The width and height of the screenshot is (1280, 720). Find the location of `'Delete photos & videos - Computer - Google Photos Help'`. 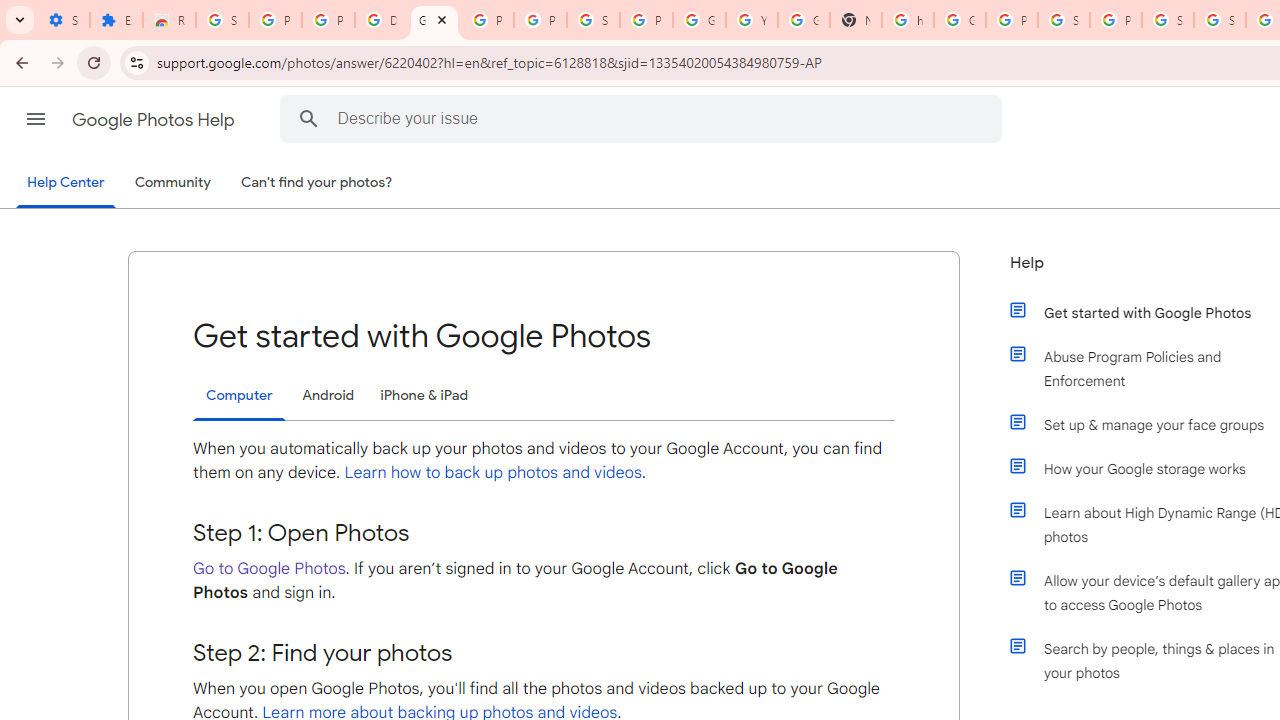

'Delete photos & videos - Computer - Google Photos Help' is located at coordinates (381, 20).